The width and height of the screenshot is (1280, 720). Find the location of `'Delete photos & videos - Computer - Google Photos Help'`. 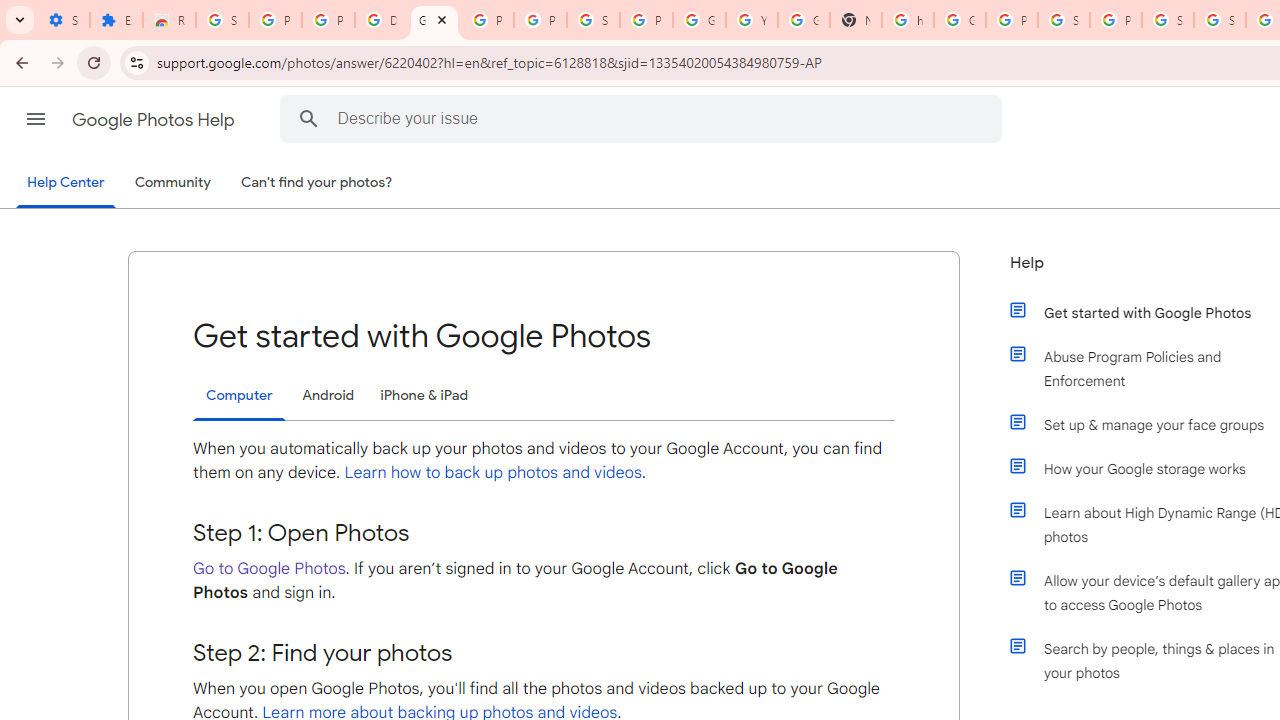

'Delete photos & videos - Computer - Google Photos Help' is located at coordinates (381, 20).